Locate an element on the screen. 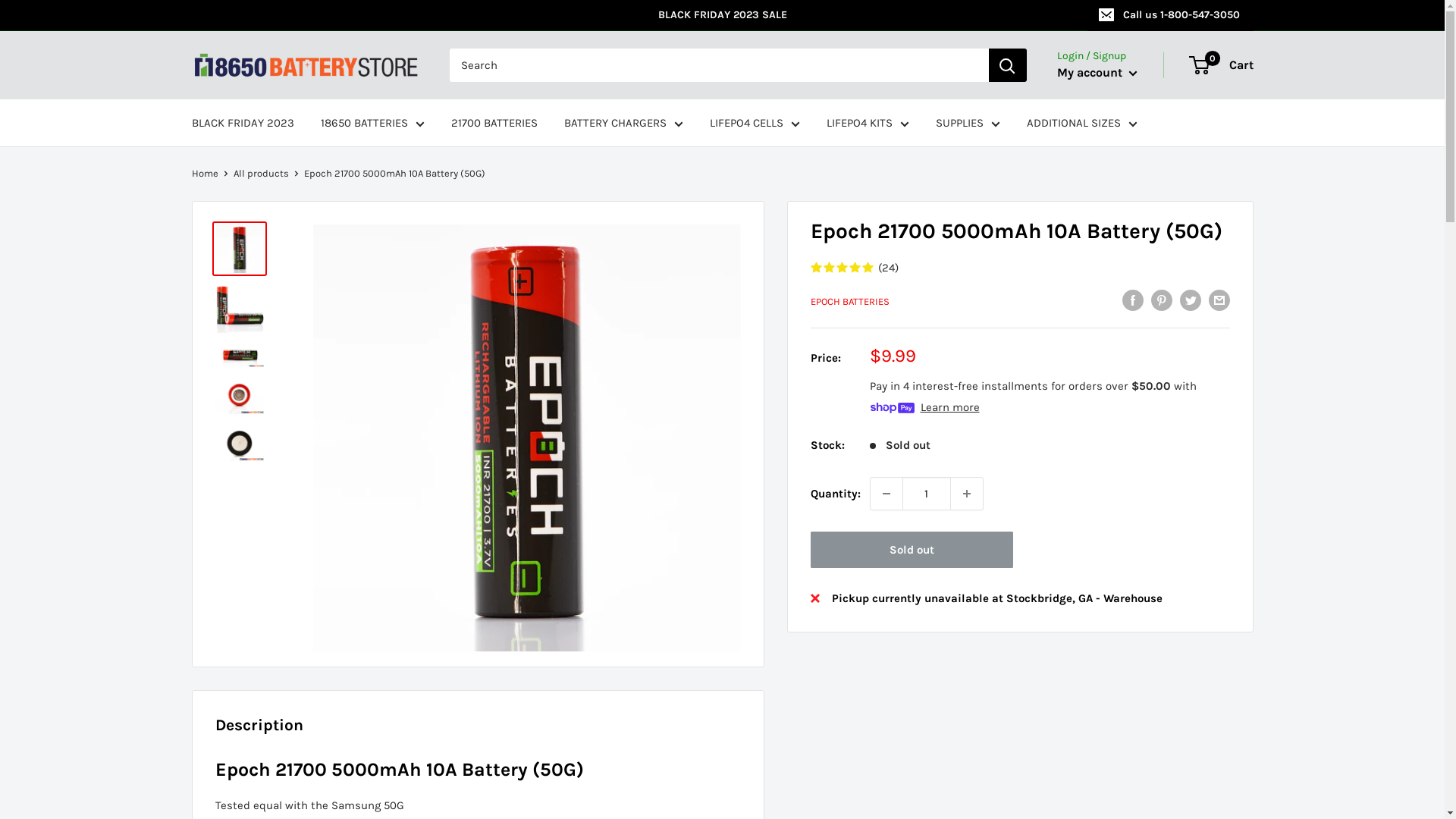 This screenshot has height=819, width=1456. 'BATTERY CHARGERS' is located at coordinates (623, 122).